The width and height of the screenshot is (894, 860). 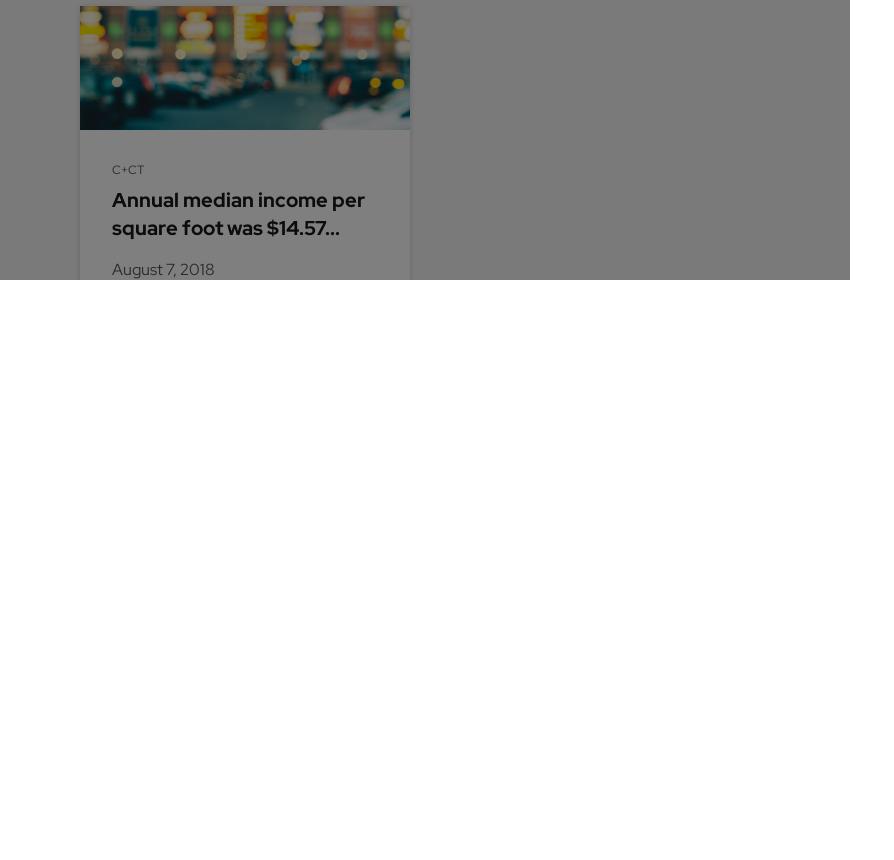 I want to click on 'Follow Us', so click(x=117, y=716).